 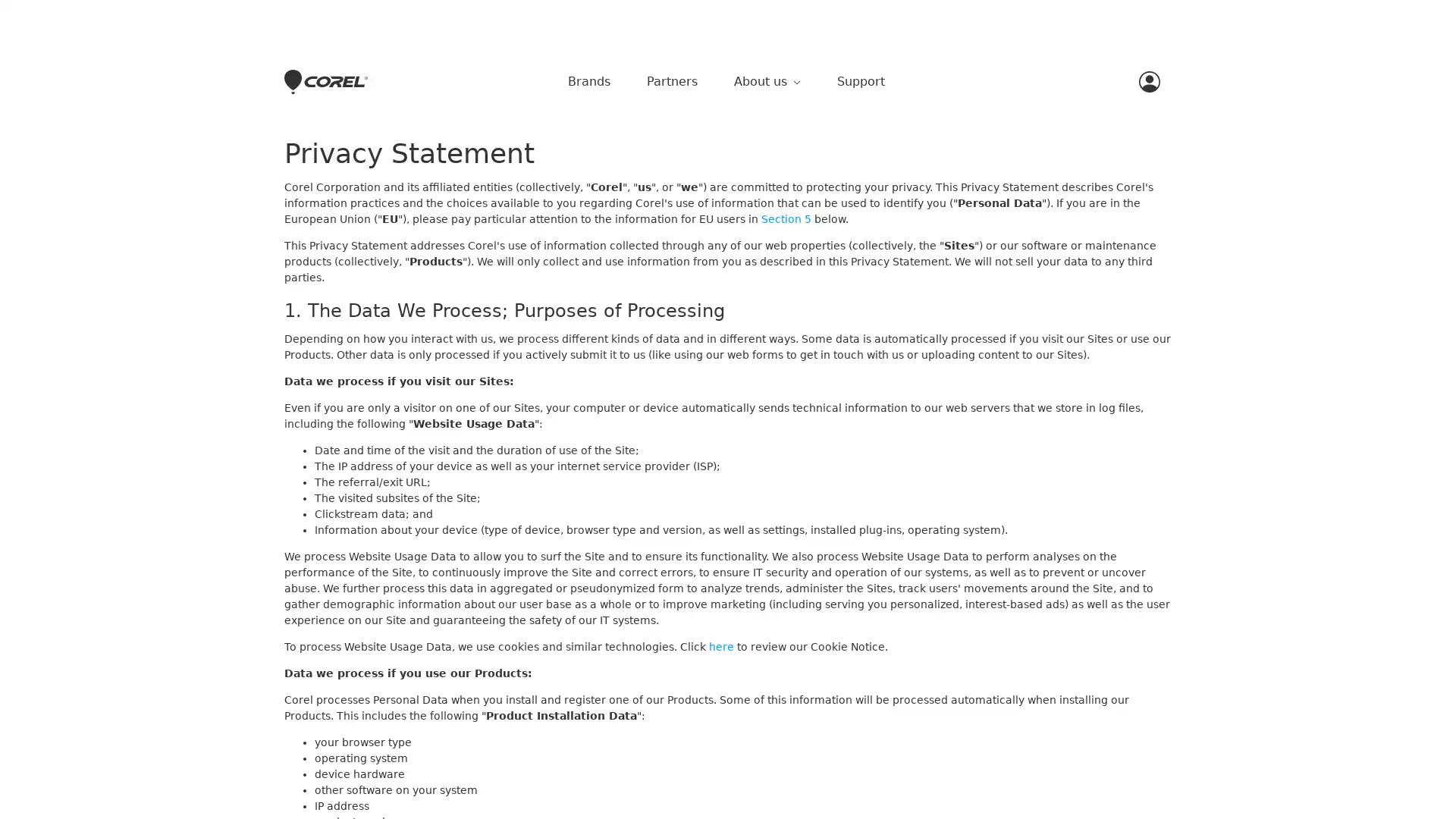 I want to click on Close, so click(x=918, y=20).